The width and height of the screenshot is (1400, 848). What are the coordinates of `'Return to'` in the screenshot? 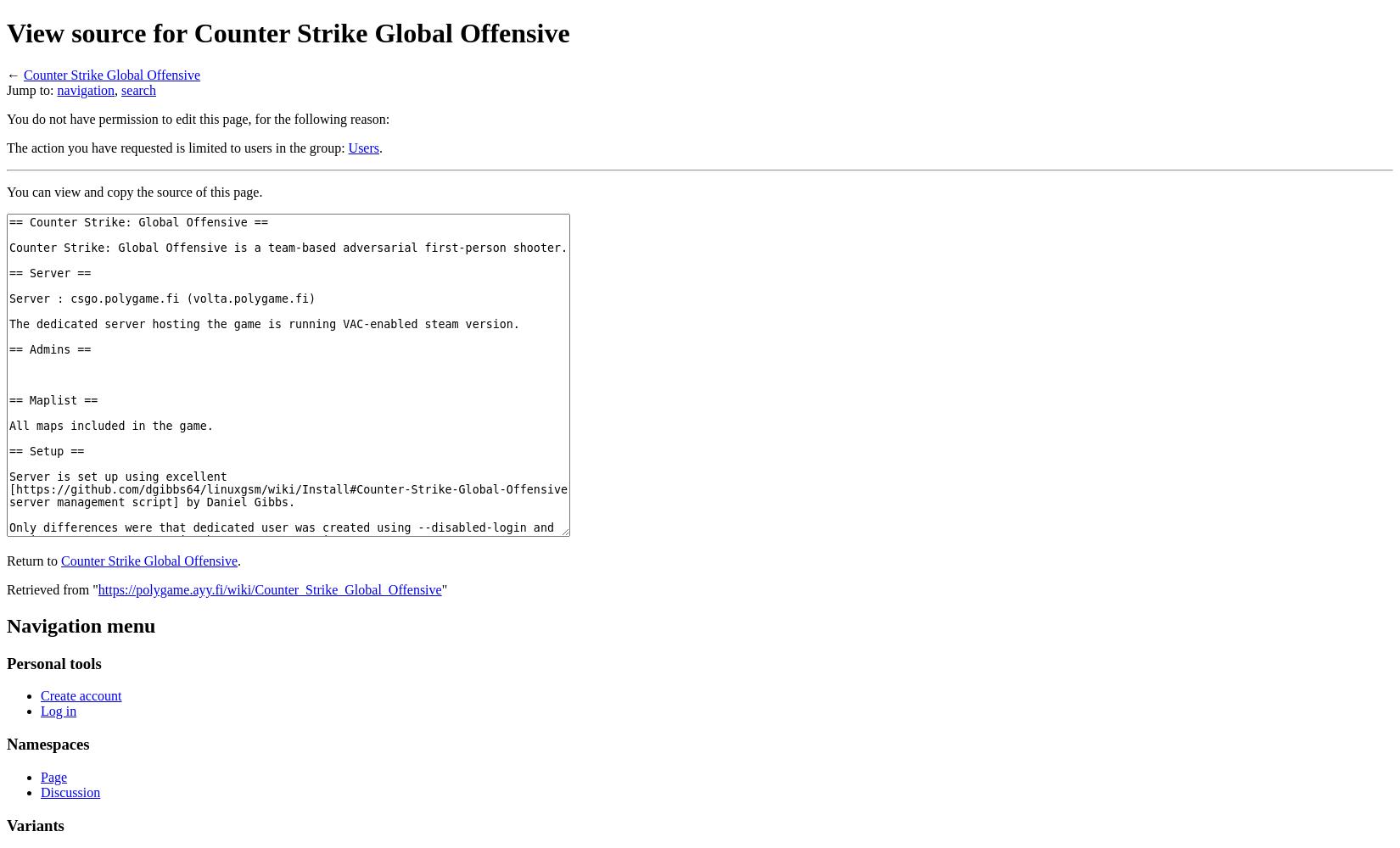 It's located at (6, 560).